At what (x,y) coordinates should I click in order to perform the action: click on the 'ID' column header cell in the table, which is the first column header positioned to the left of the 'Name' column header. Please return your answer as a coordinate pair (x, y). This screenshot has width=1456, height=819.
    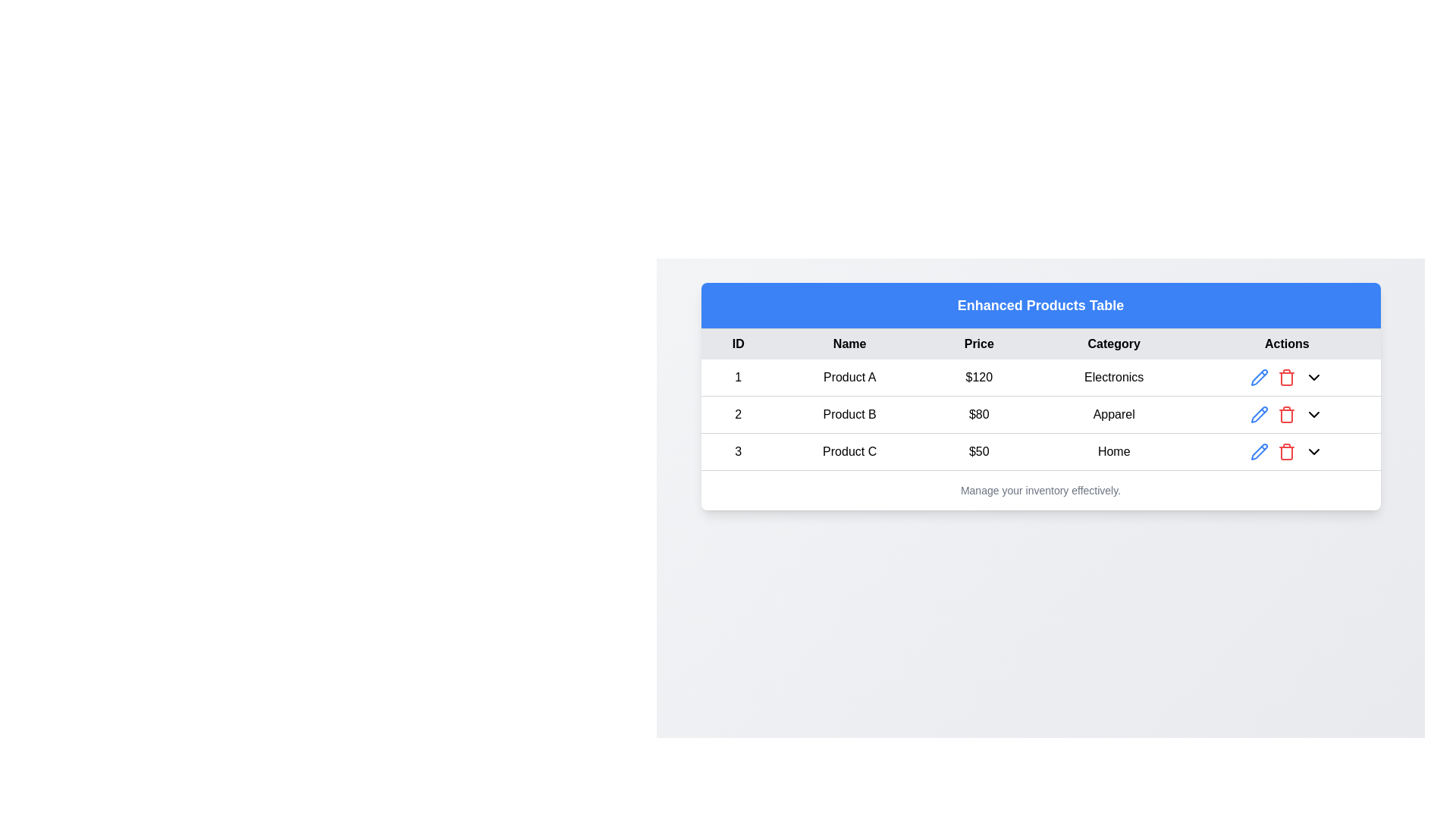
    Looking at the image, I should click on (738, 344).